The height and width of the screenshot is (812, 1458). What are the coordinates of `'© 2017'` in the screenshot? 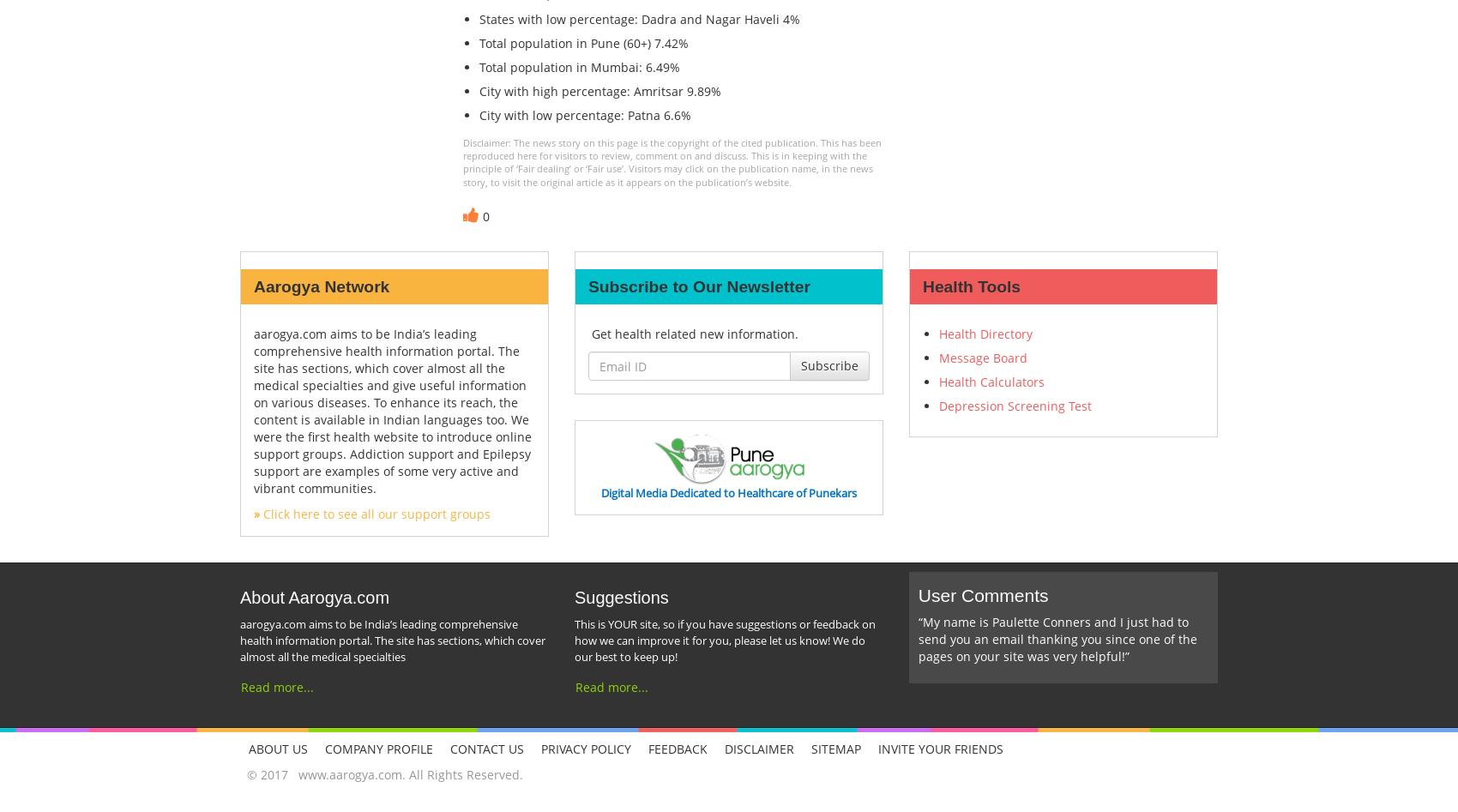 It's located at (268, 773).